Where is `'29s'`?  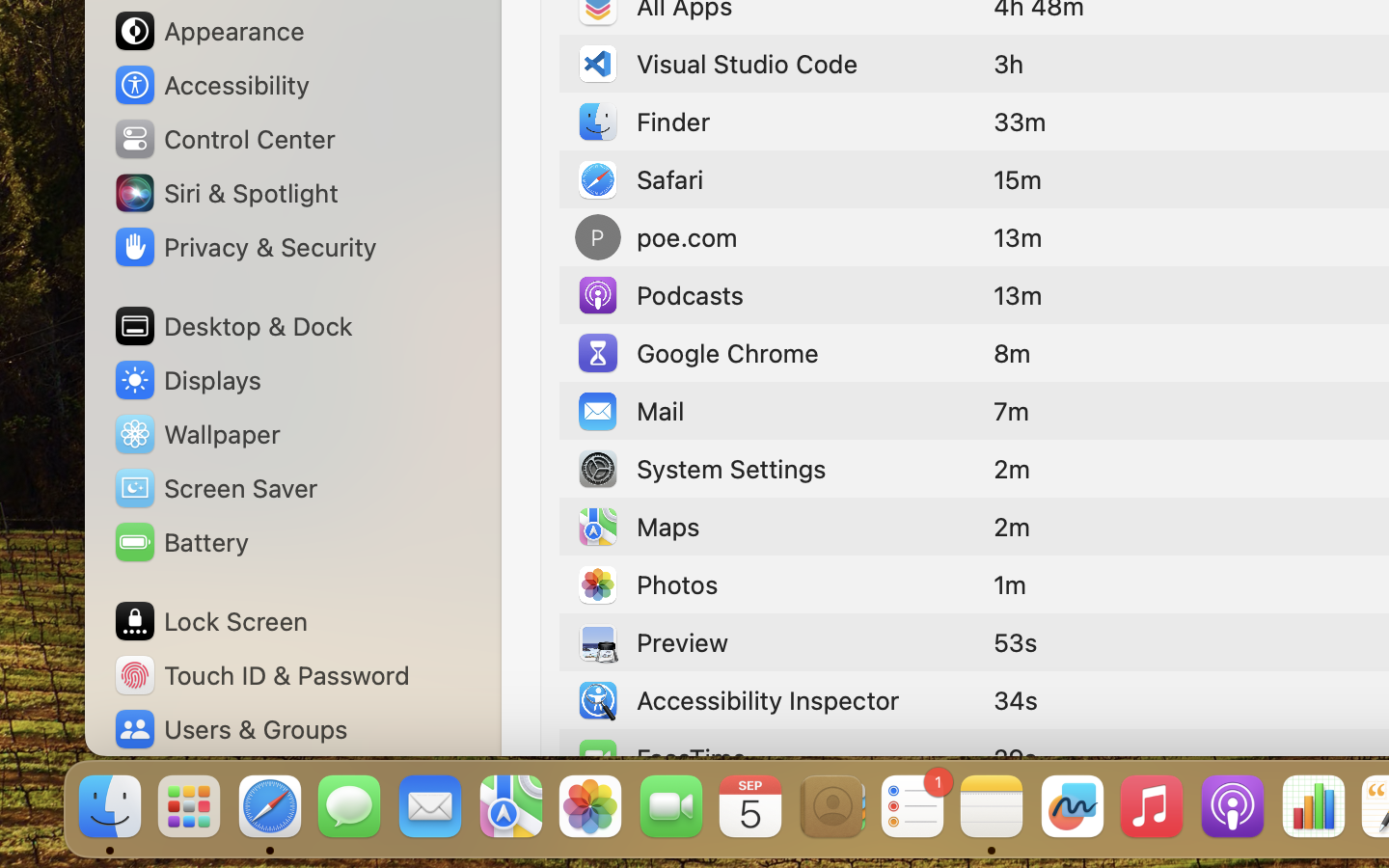
'29s' is located at coordinates (1015, 756).